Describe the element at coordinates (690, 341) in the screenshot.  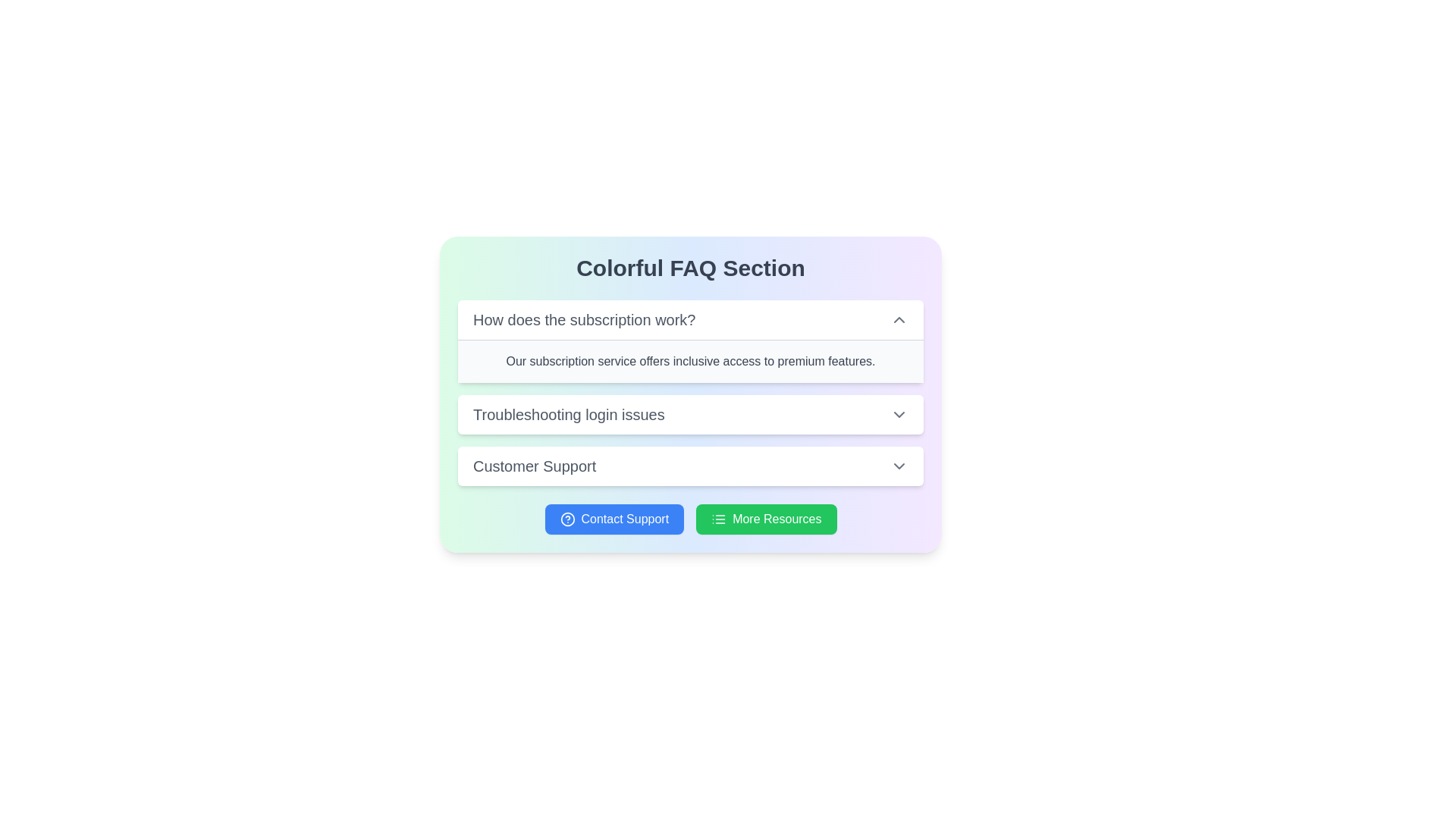
I see `the first Collapsible FAQ Item located in the Colorful FAQ Section` at that location.